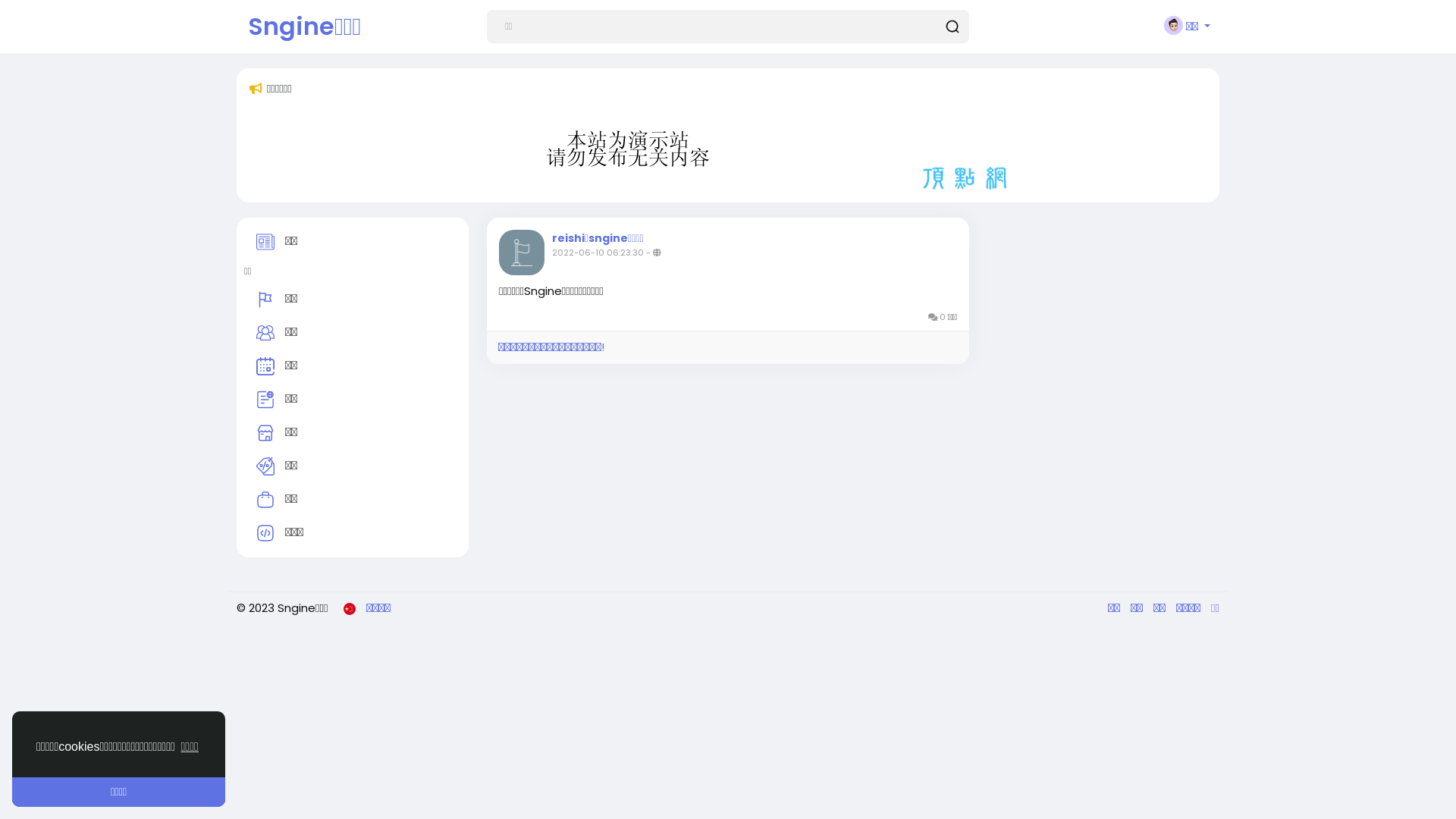 The width and height of the screenshot is (1456, 819). Describe the element at coordinates (597, 251) in the screenshot. I see `'2022-06-10 06:23:30'` at that location.